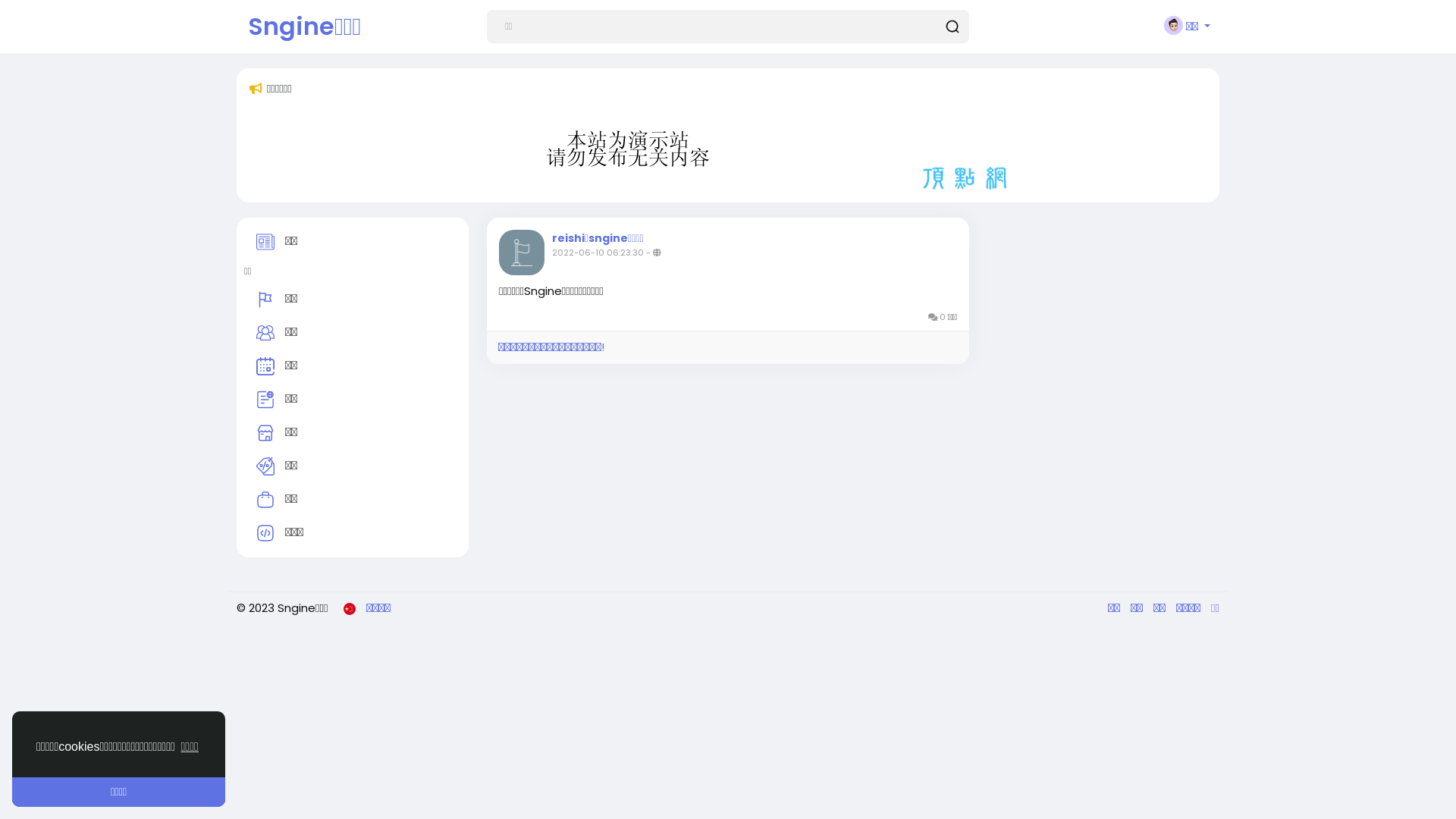 The width and height of the screenshot is (1456, 819). Describe the element at coordinates (597, 251) in the screenshot. I see `'2022-06-10 06:23:30'` at that location.